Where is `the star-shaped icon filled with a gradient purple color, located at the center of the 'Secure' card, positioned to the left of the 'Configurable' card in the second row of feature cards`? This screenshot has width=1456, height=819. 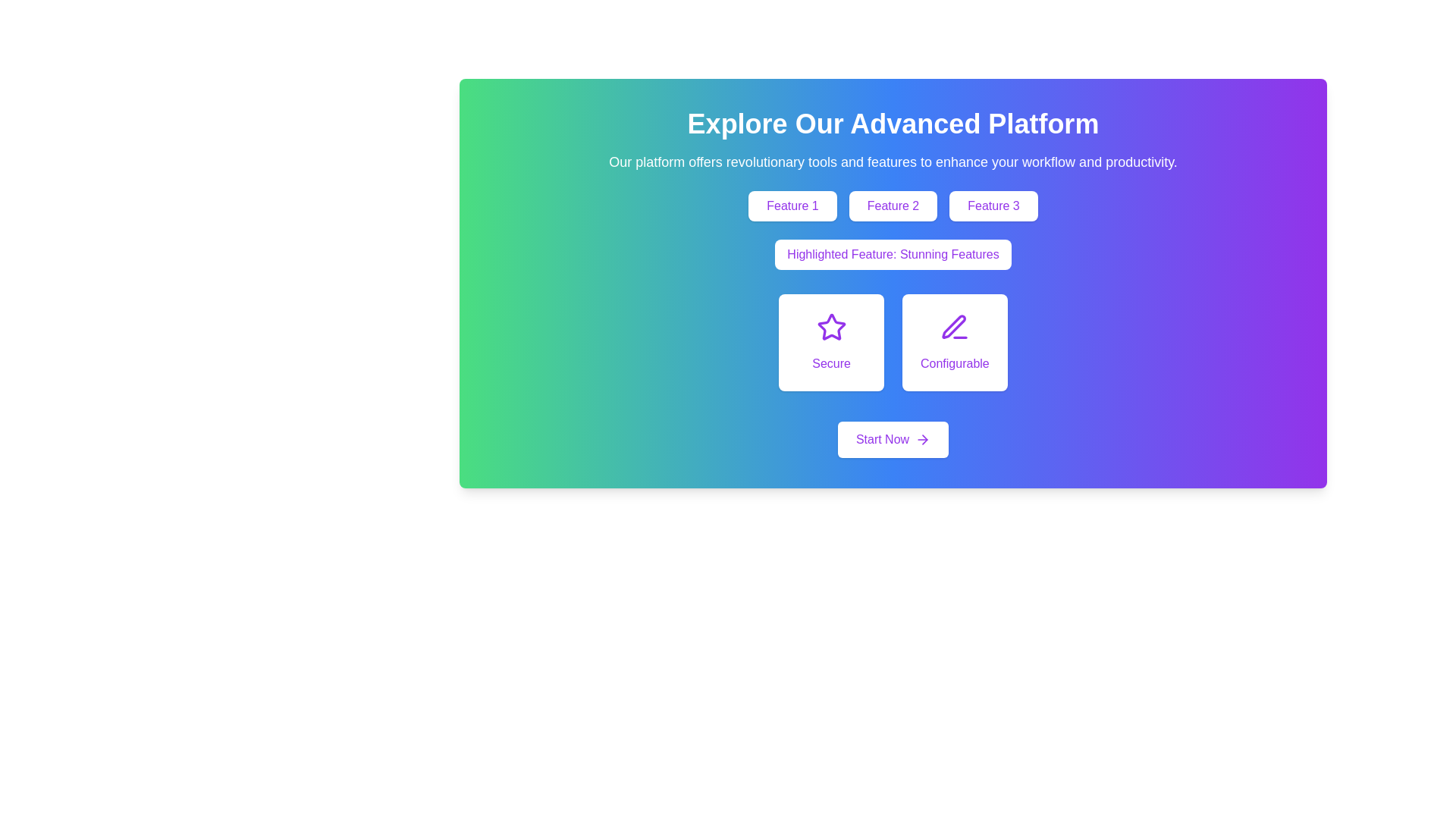 the star-shaped icon filled with a gradient purple color, located at the center of the 'Secure' card, positioned to the left of the 'Configurable' card in the second row of feature cards is located at coordinates (830, 326).